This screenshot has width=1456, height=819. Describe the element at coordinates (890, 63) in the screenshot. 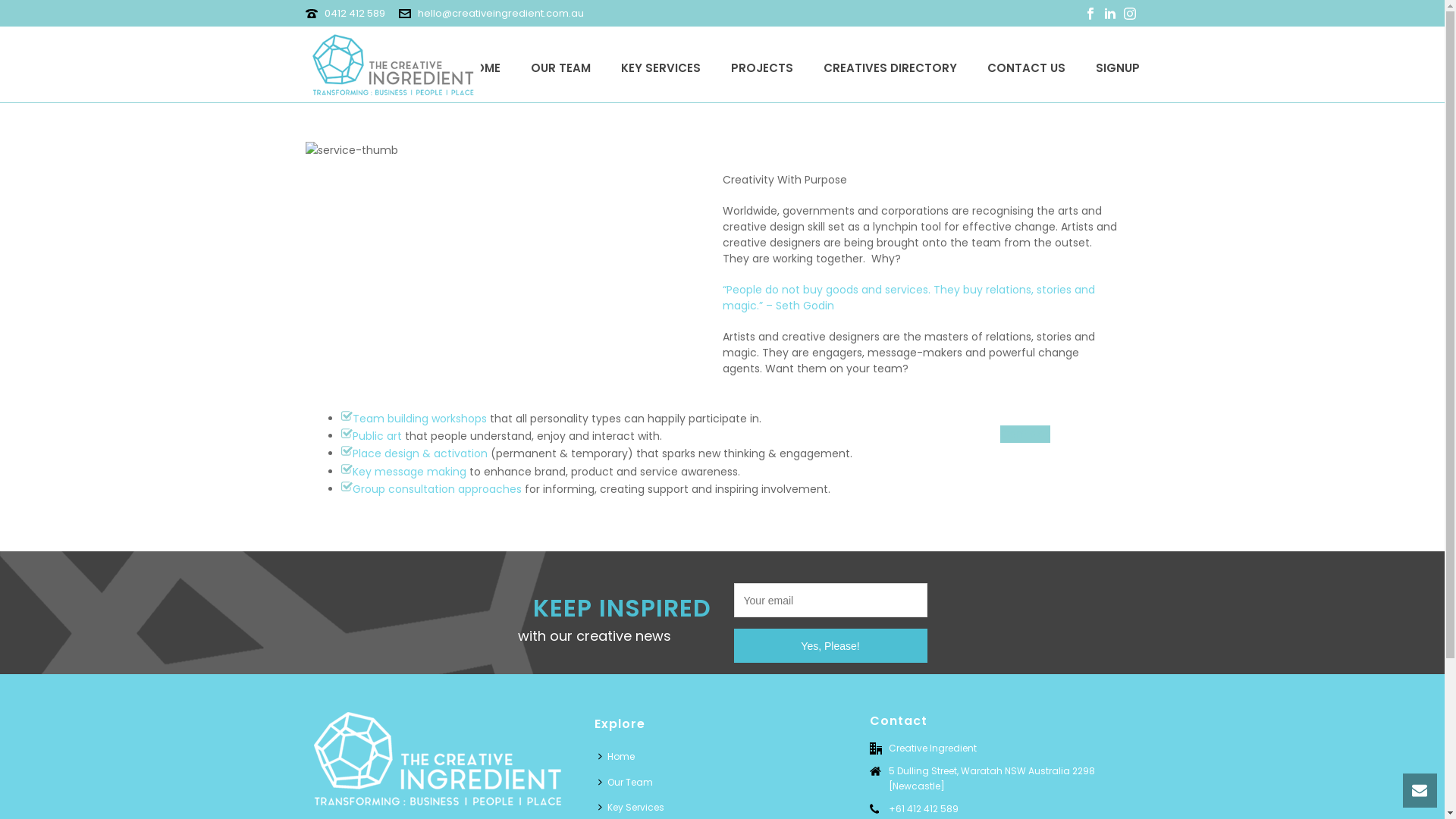

I see `'CREATIVES DIRECTORY'` at that location.